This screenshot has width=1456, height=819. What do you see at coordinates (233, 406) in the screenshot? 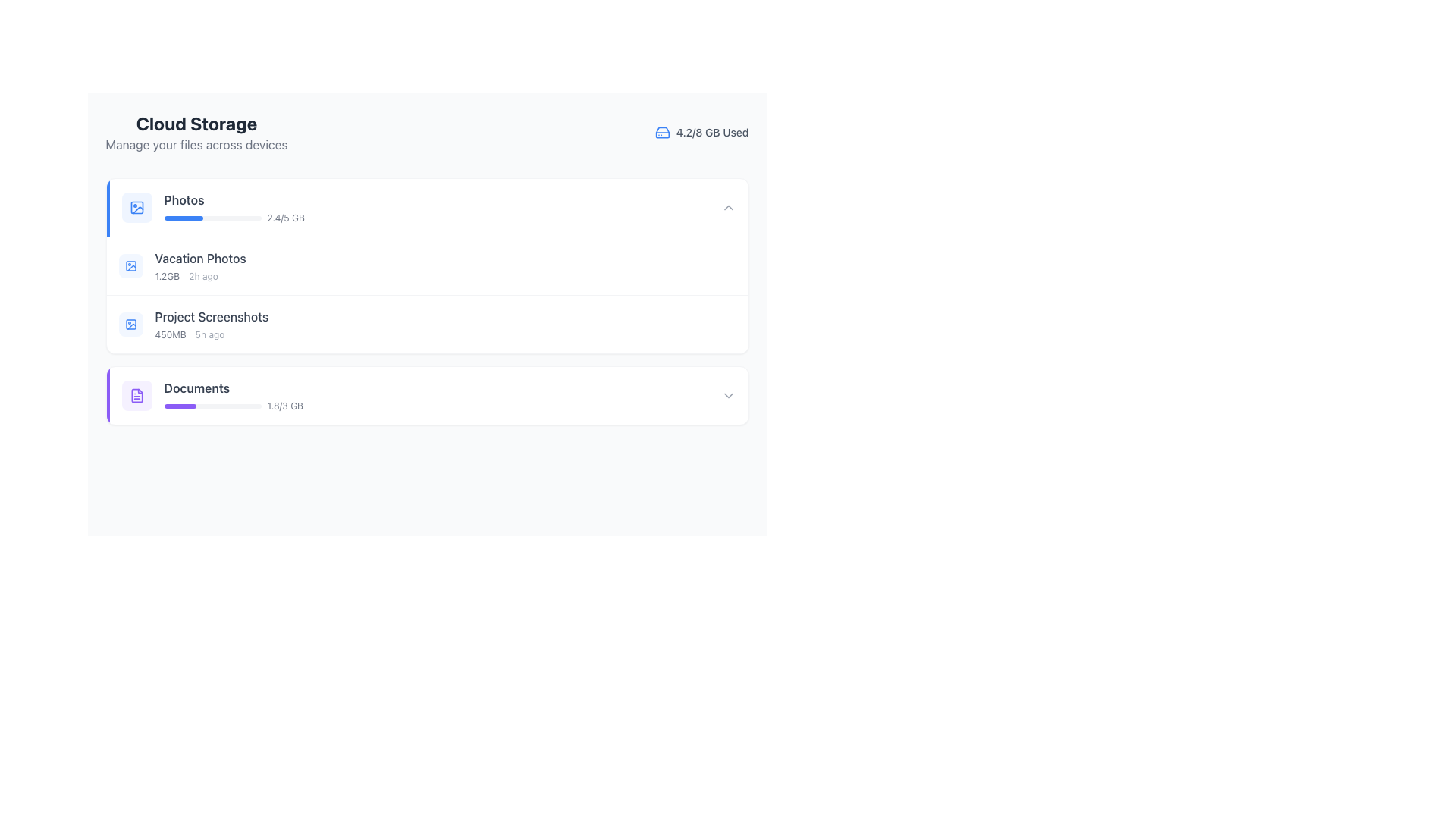
I see `displayed information from the progress bar labeled '1.8/3 GB' within the 'Documents' section, located at the bottom of the list` at bounding box center [233, 406].